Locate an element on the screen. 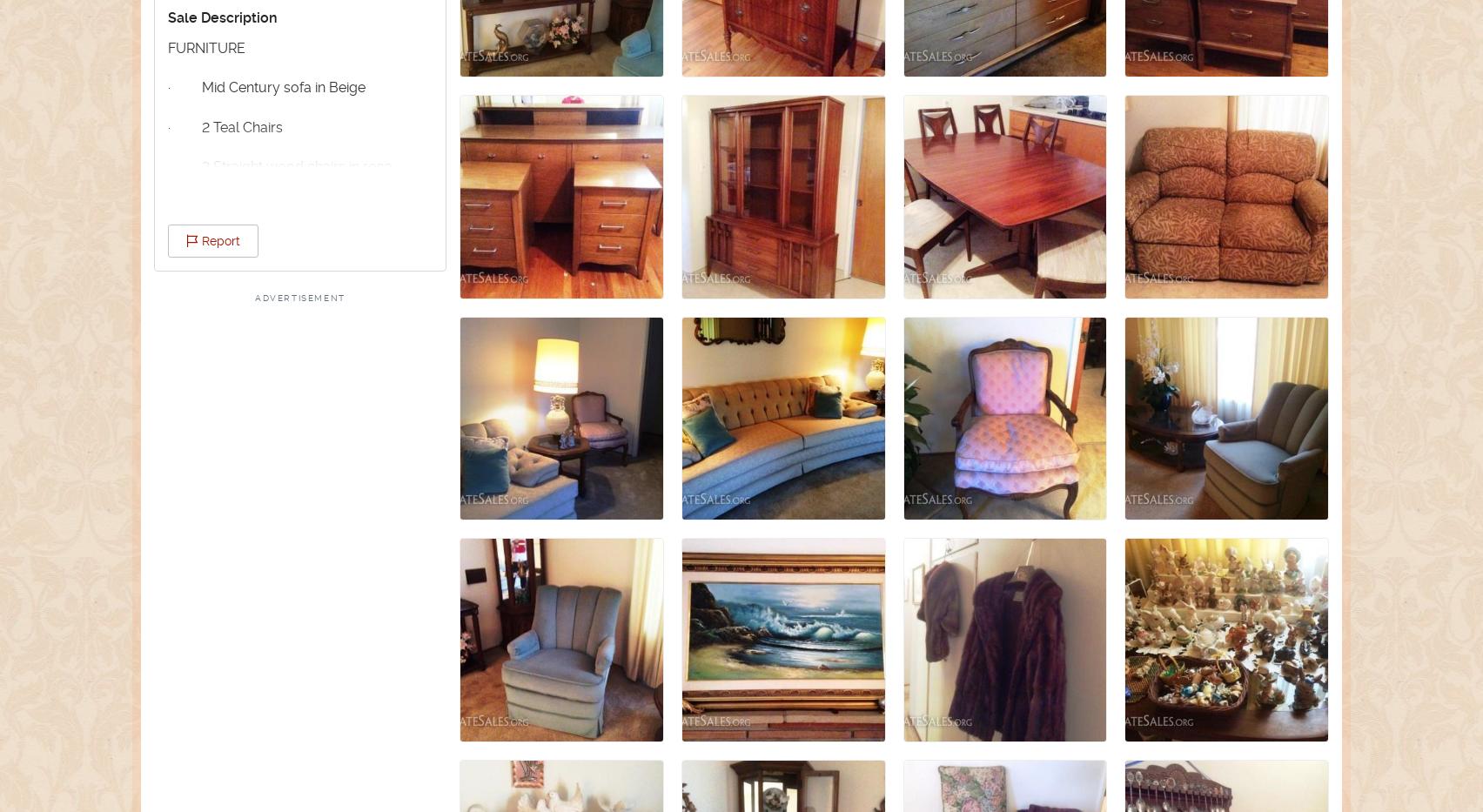 The image size is (1483, 812). '·         Wood table with glass top' is located at coordinates (267, 245).